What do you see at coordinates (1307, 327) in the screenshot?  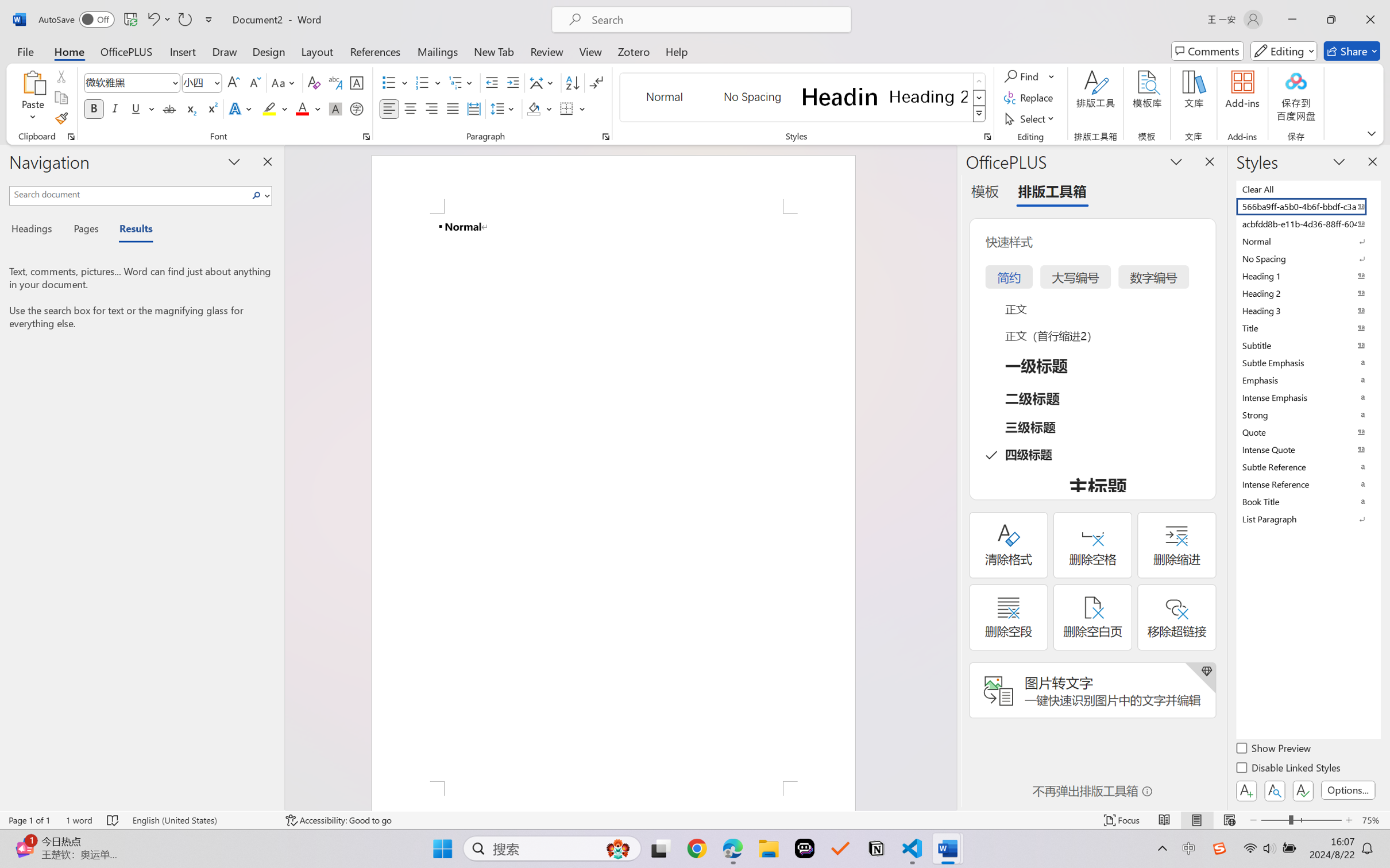 I see `'Title'` at bounding box center [1307, 327].